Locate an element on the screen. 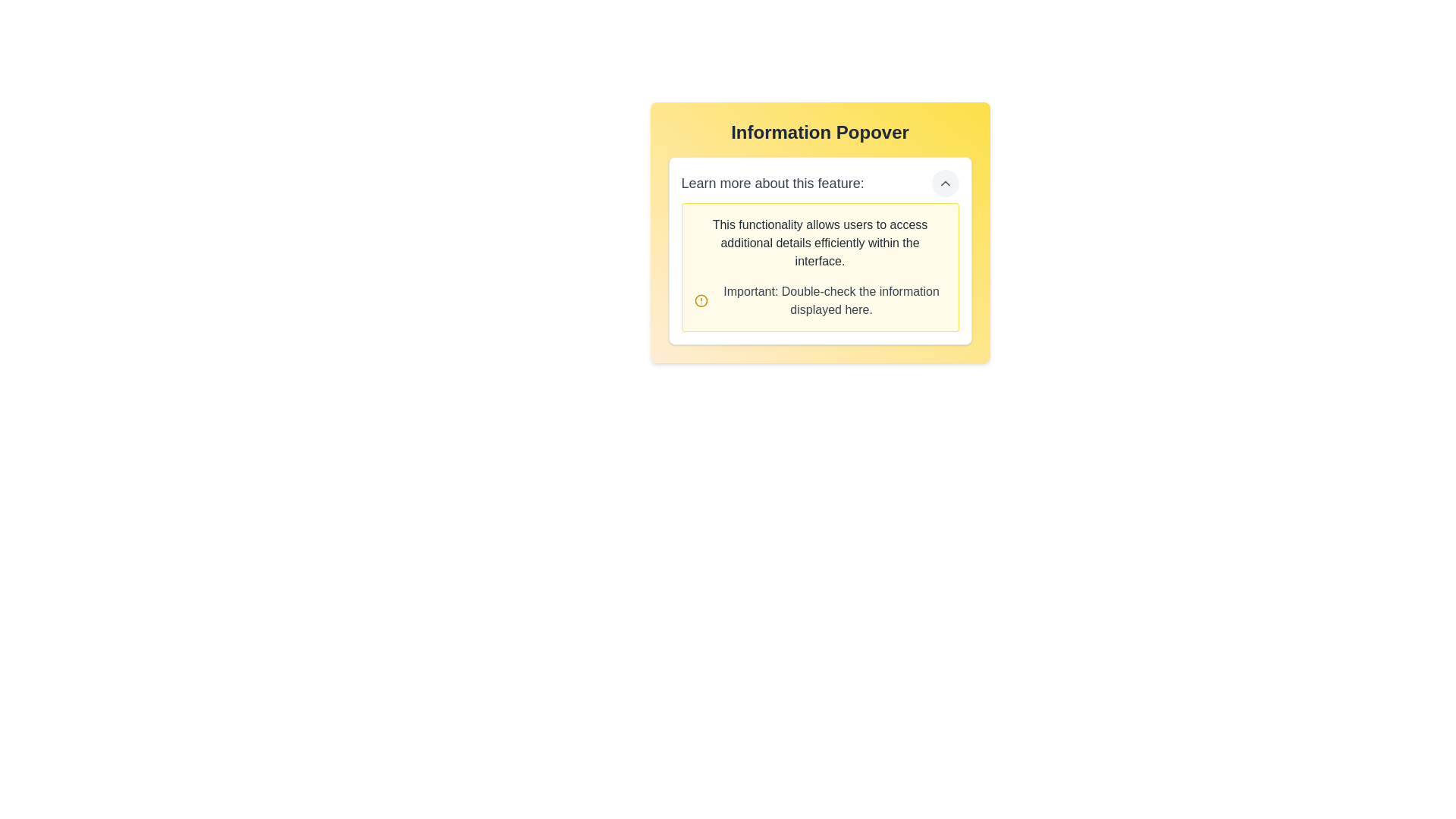  the graphical caution icon (circle) located within the yellow alert icon on the right-hand side of the 'Information Popover' in the main interface is located at coordinates (700, 301).